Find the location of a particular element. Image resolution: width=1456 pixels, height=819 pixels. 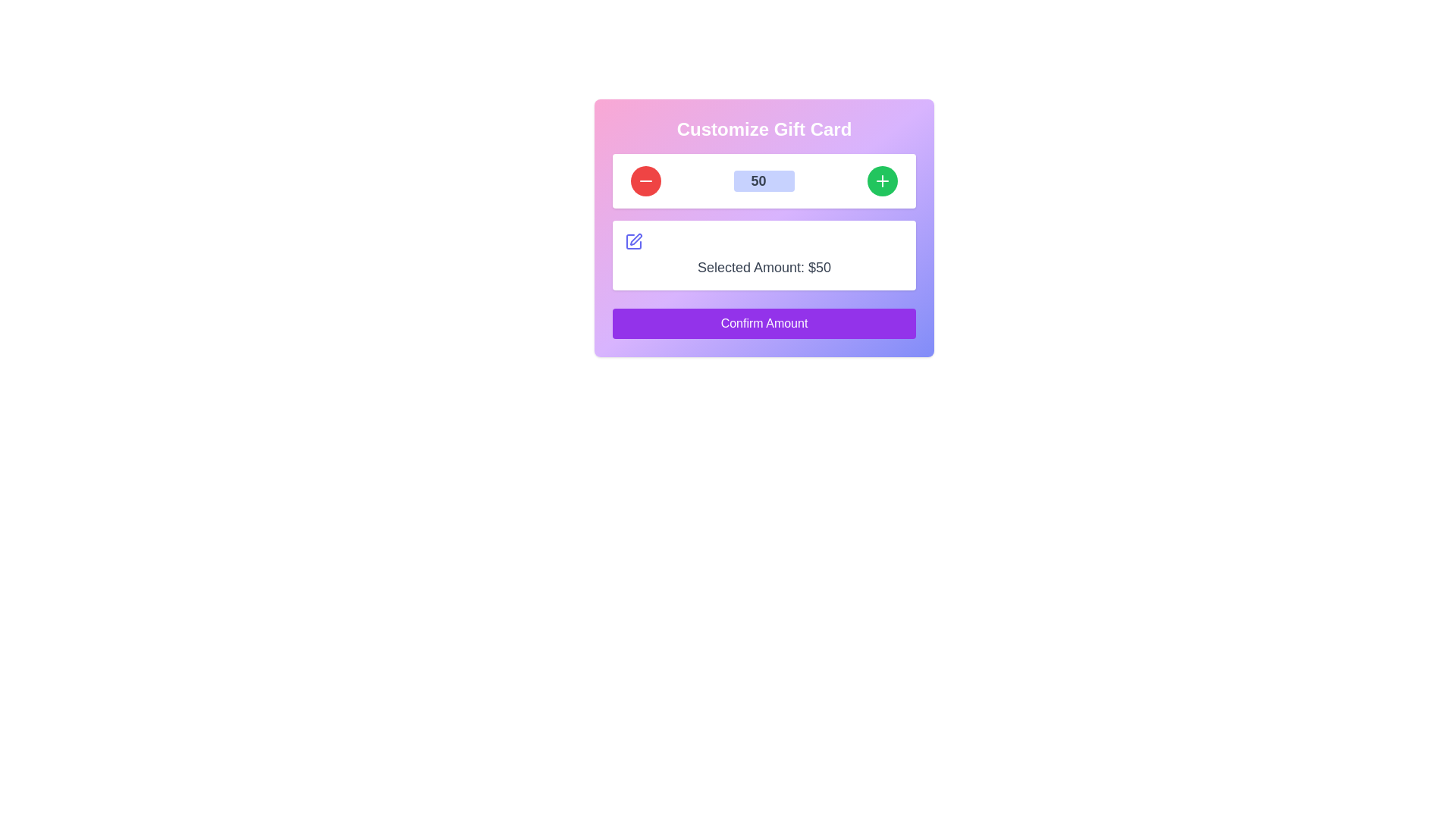

the increment button located to the right of the numeric input field (currently displaying '50') is located at coordinates (882, 180).